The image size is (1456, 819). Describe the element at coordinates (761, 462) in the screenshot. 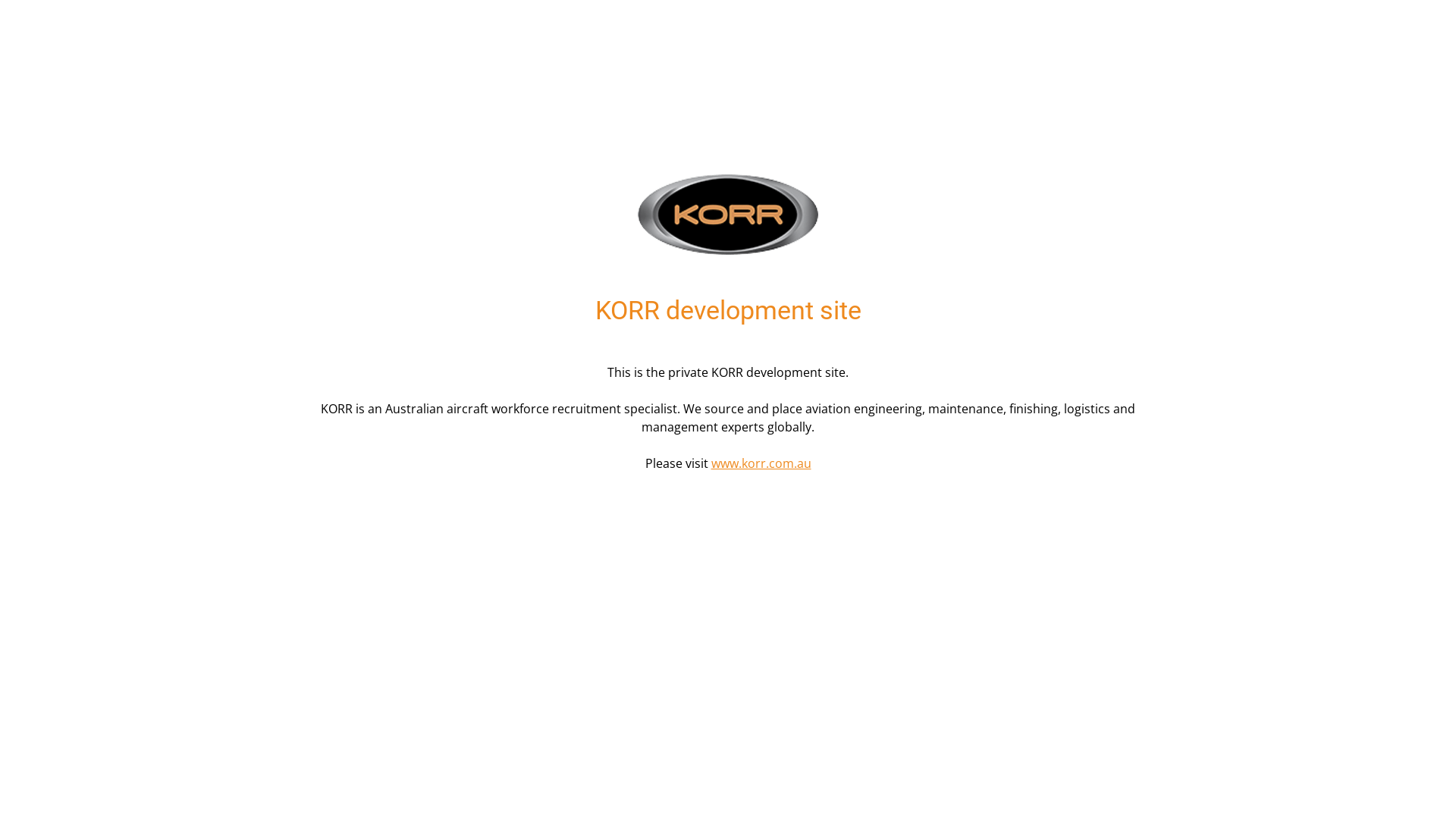

I see `'www.korr.com.au'` at that location.